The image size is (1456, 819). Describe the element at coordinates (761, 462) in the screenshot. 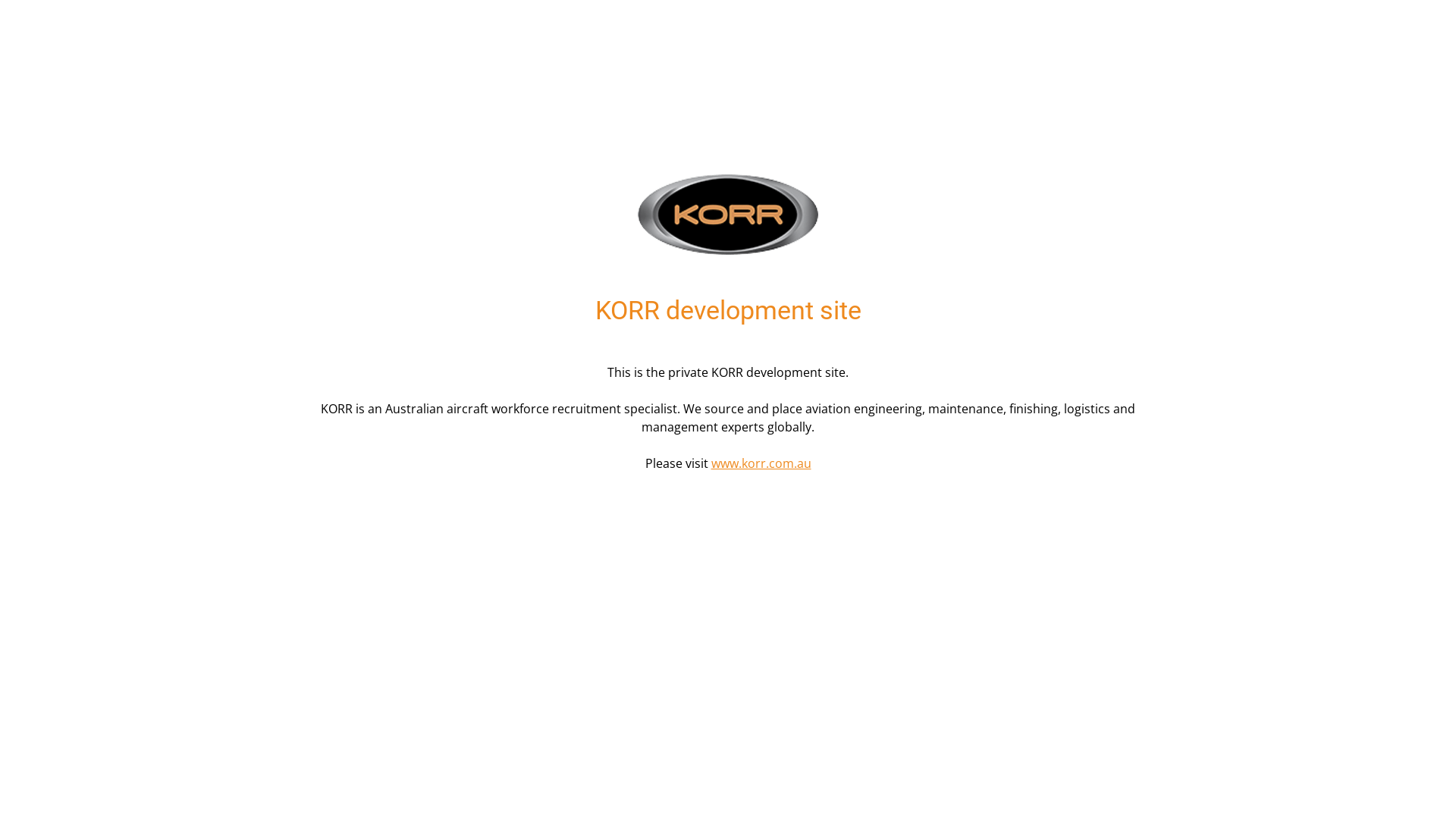

I see `'www.korr.com.au'` at that location.